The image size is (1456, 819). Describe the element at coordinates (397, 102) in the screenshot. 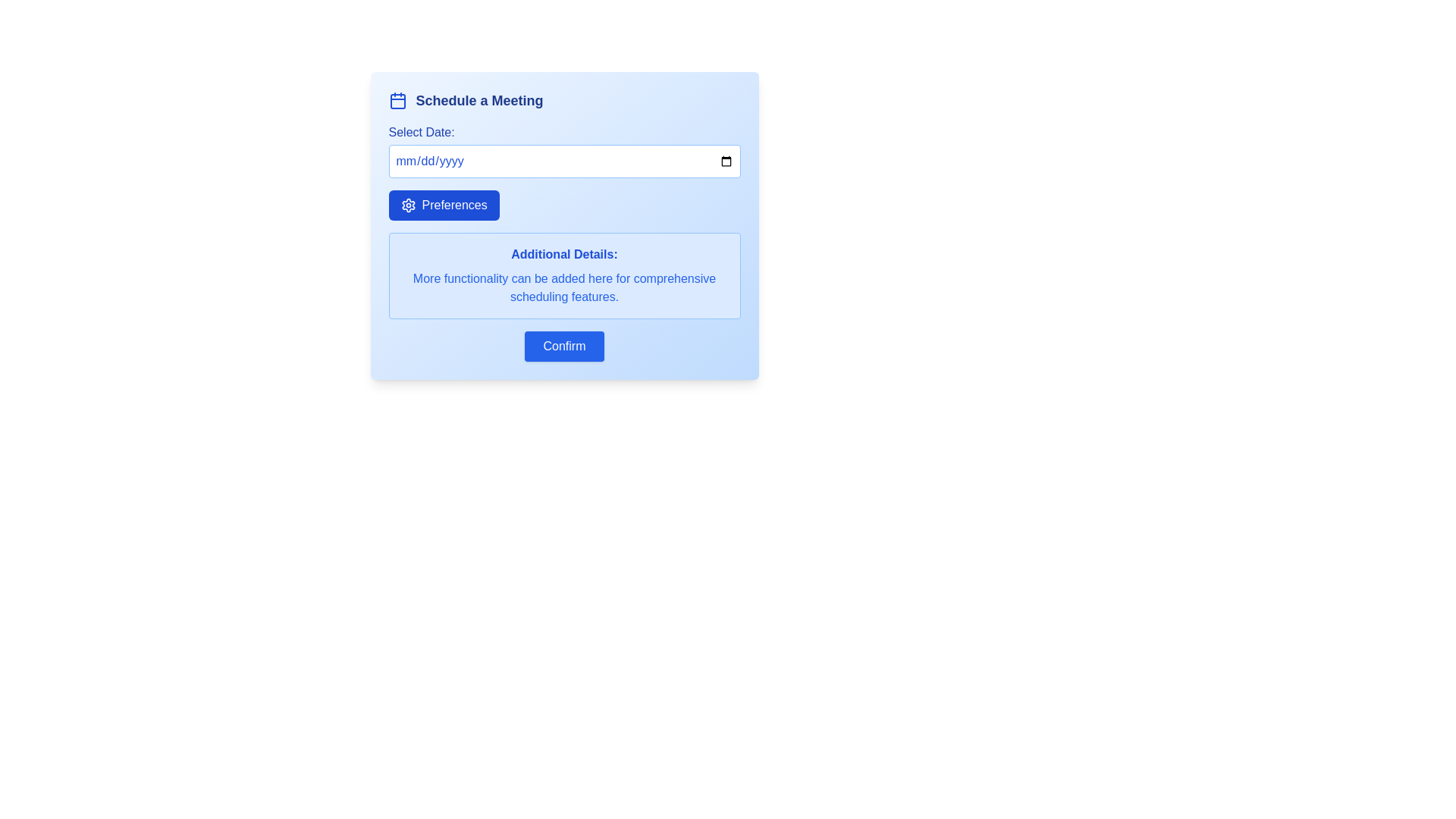

I see `the square-shaped icon with rounded corners that has a light blue fill located` at that location.